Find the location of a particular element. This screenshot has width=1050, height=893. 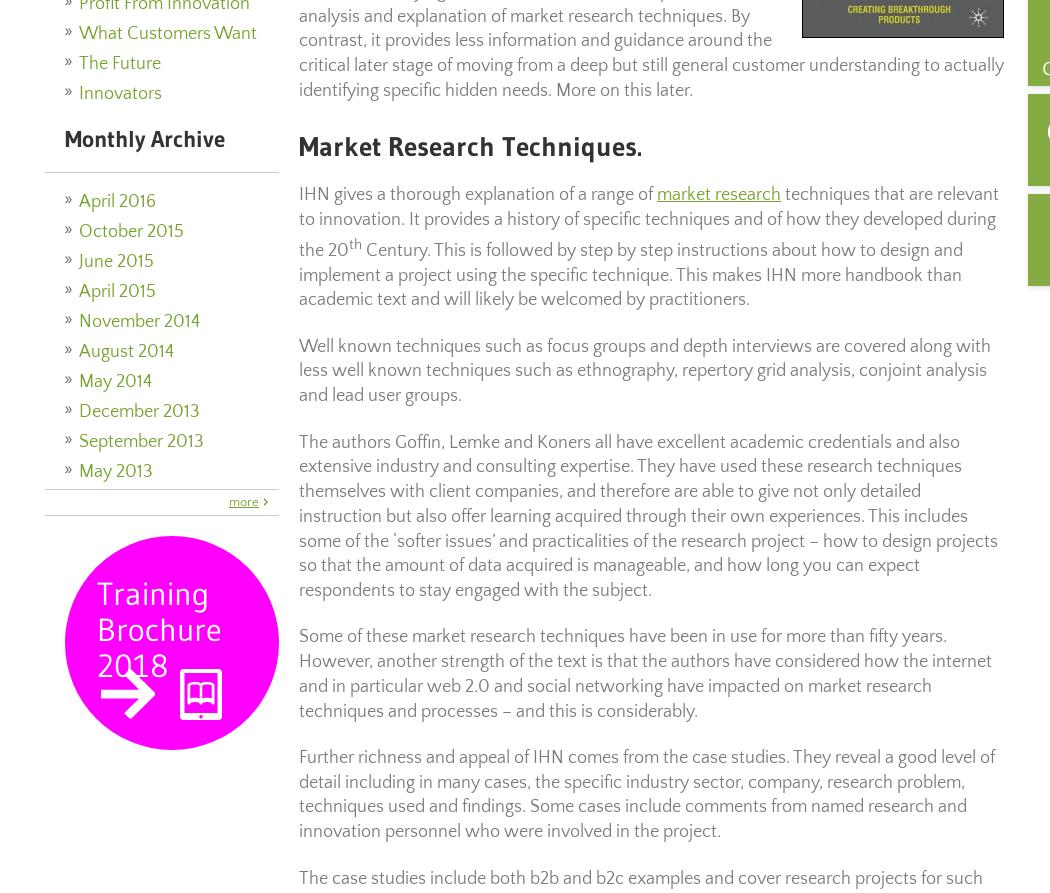

'What Customers Want' is located at coordinates (78, 33).